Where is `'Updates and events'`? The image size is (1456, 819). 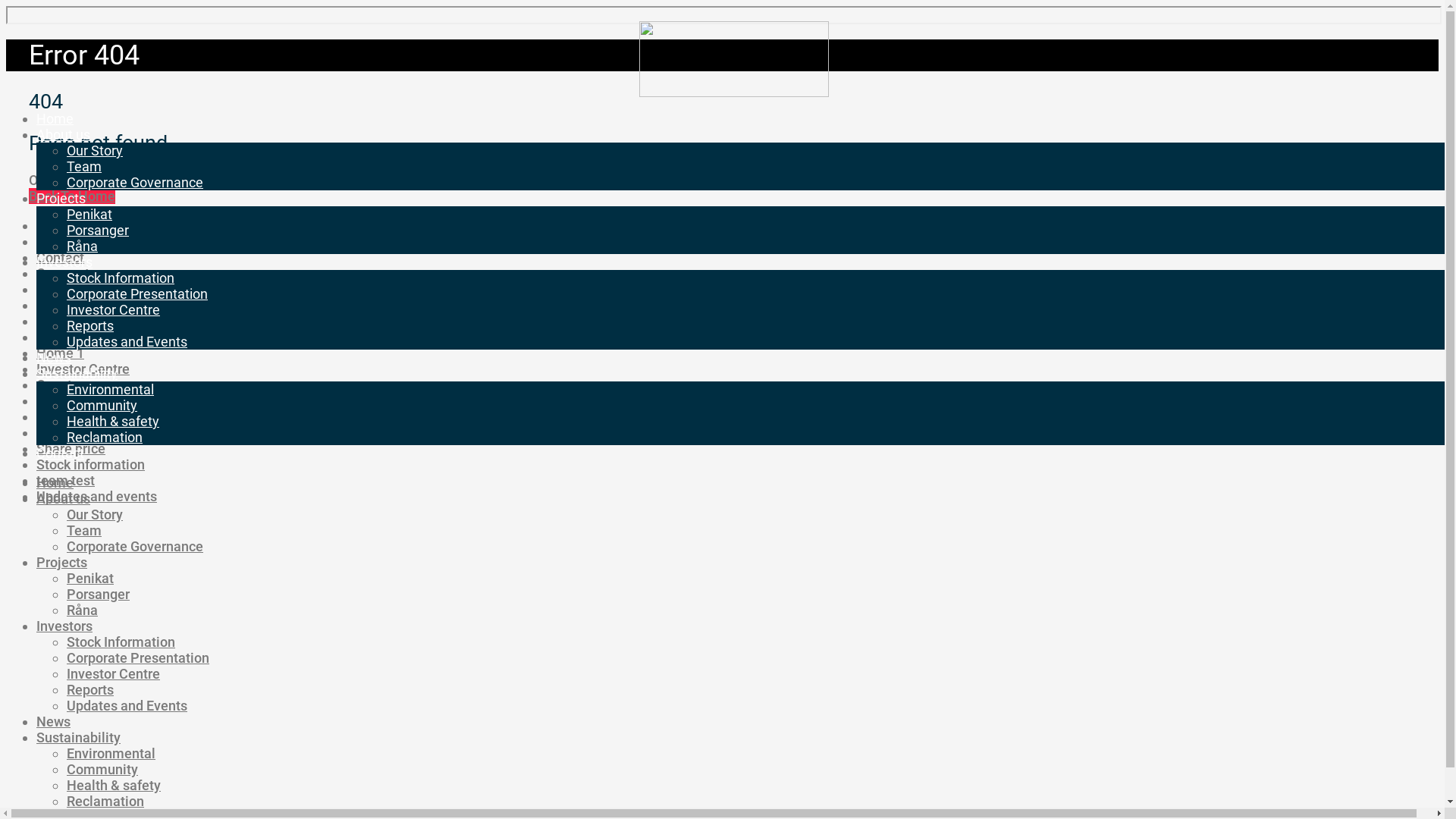 'Updates and events' is located at coordinates (36, 496).